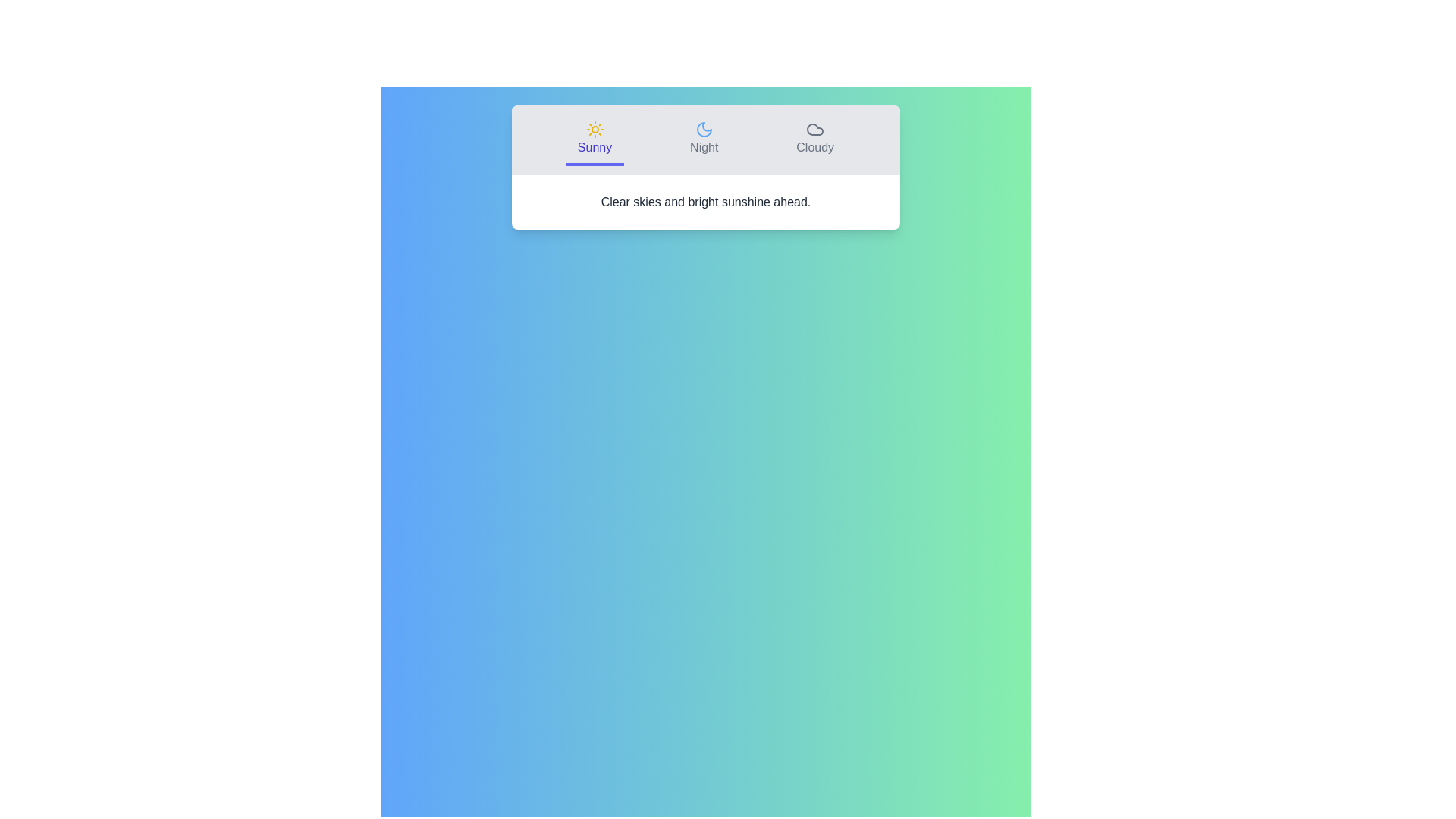  I want to click on the Night tab to select it, so click(703, 140).